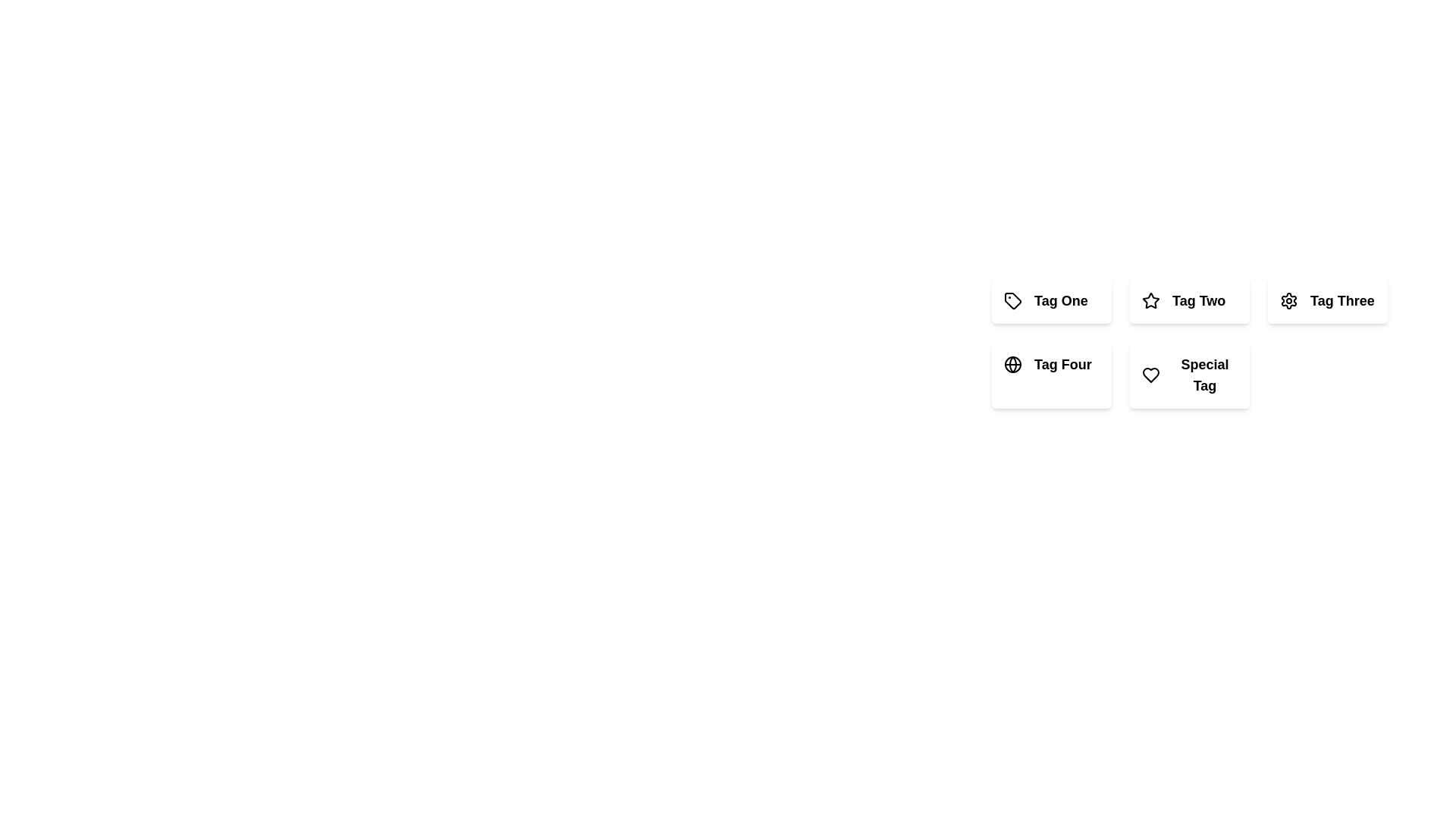 The width and height of the screenshot is (1456, 819). What do you see at coordinates (1189, 375) in the screenshot?
I see `the label with icon located in the lower center of the five-element grid layout` at bounding box center [1189, 375].